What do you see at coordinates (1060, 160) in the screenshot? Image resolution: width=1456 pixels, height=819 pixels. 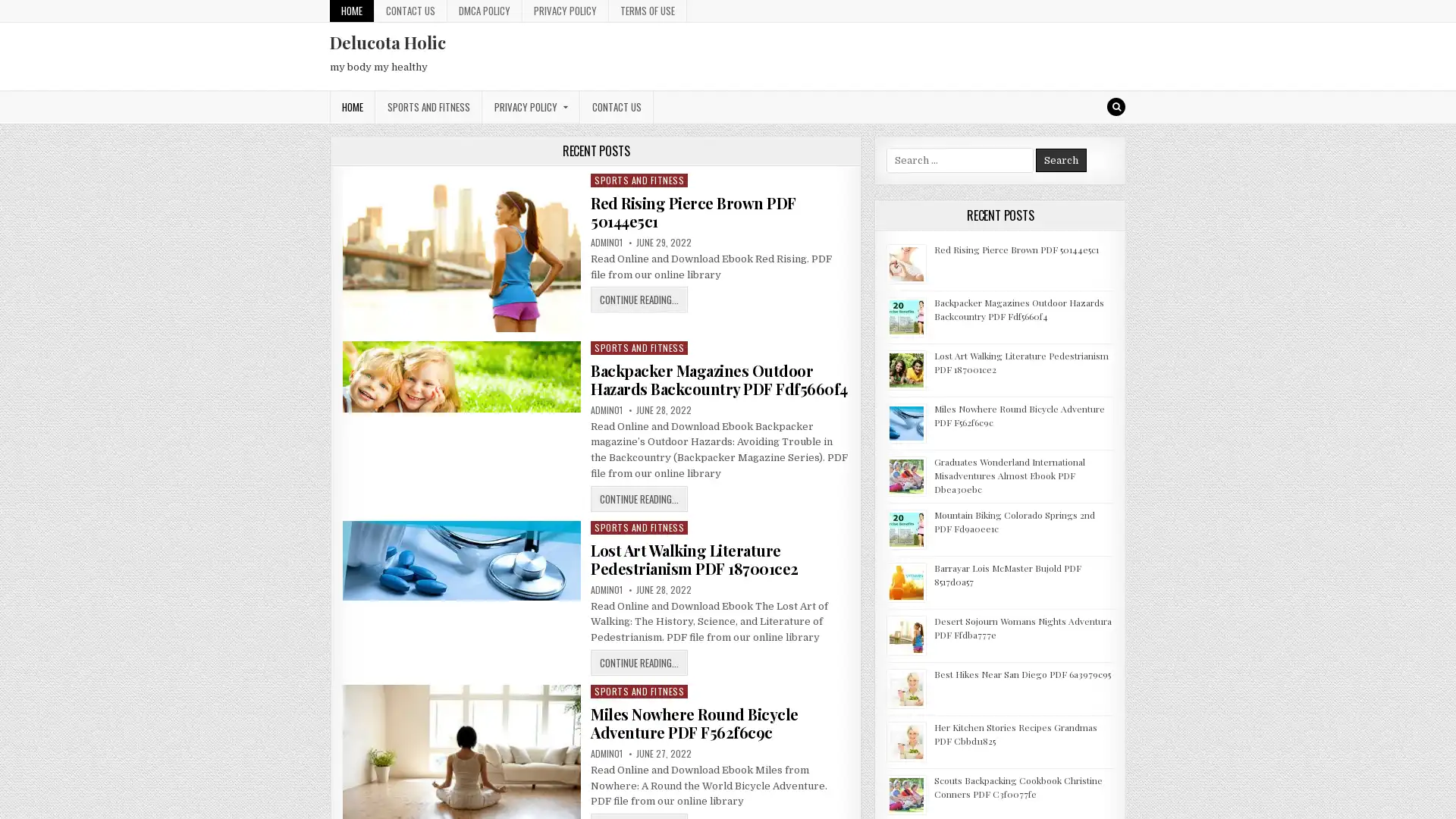 I see `Search` at bounding box center [1060, 160].